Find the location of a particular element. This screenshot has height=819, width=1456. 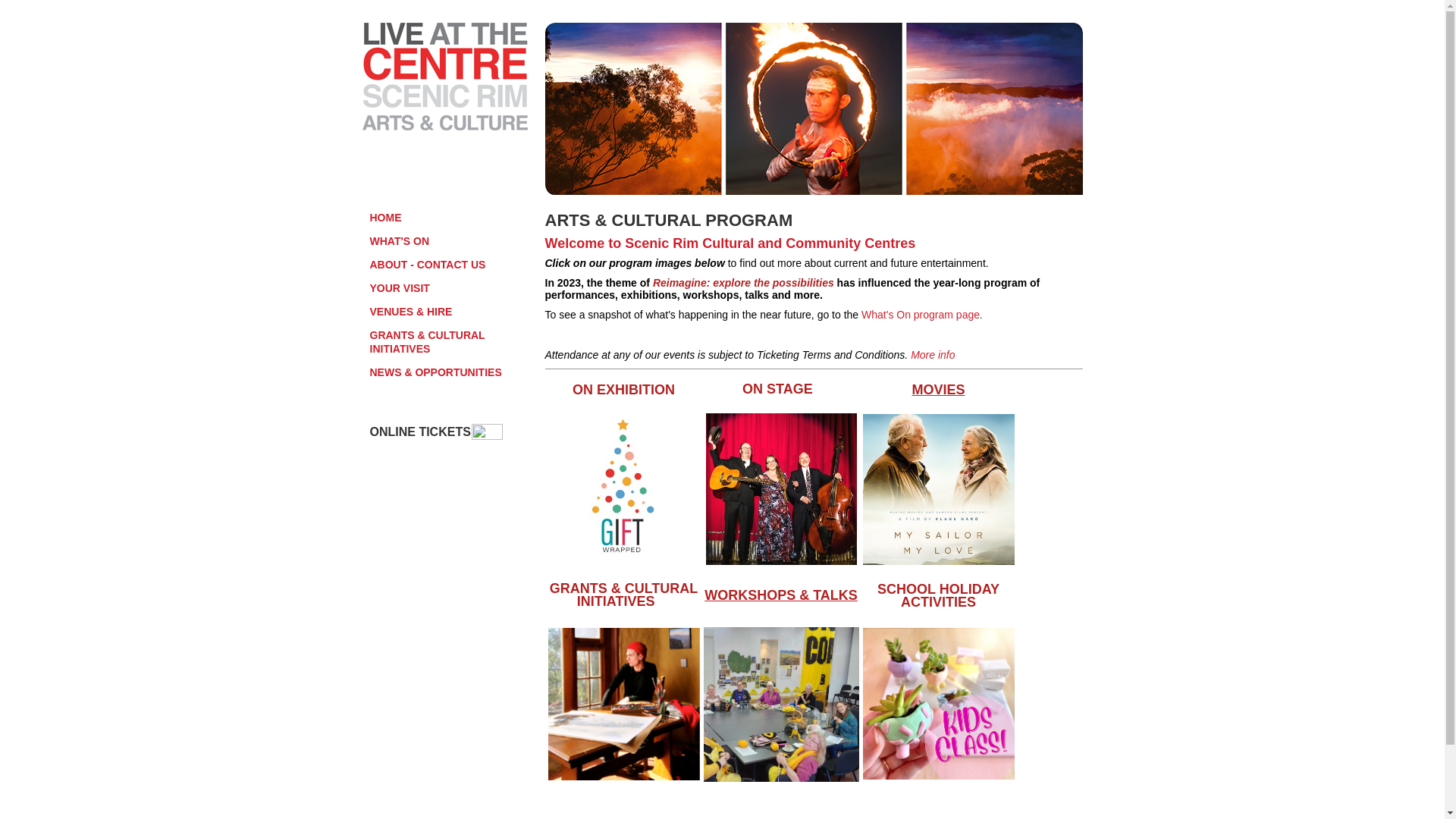

'GRANTS & CULTURAL INITIATIVES' is located at coordinates (548, 595).